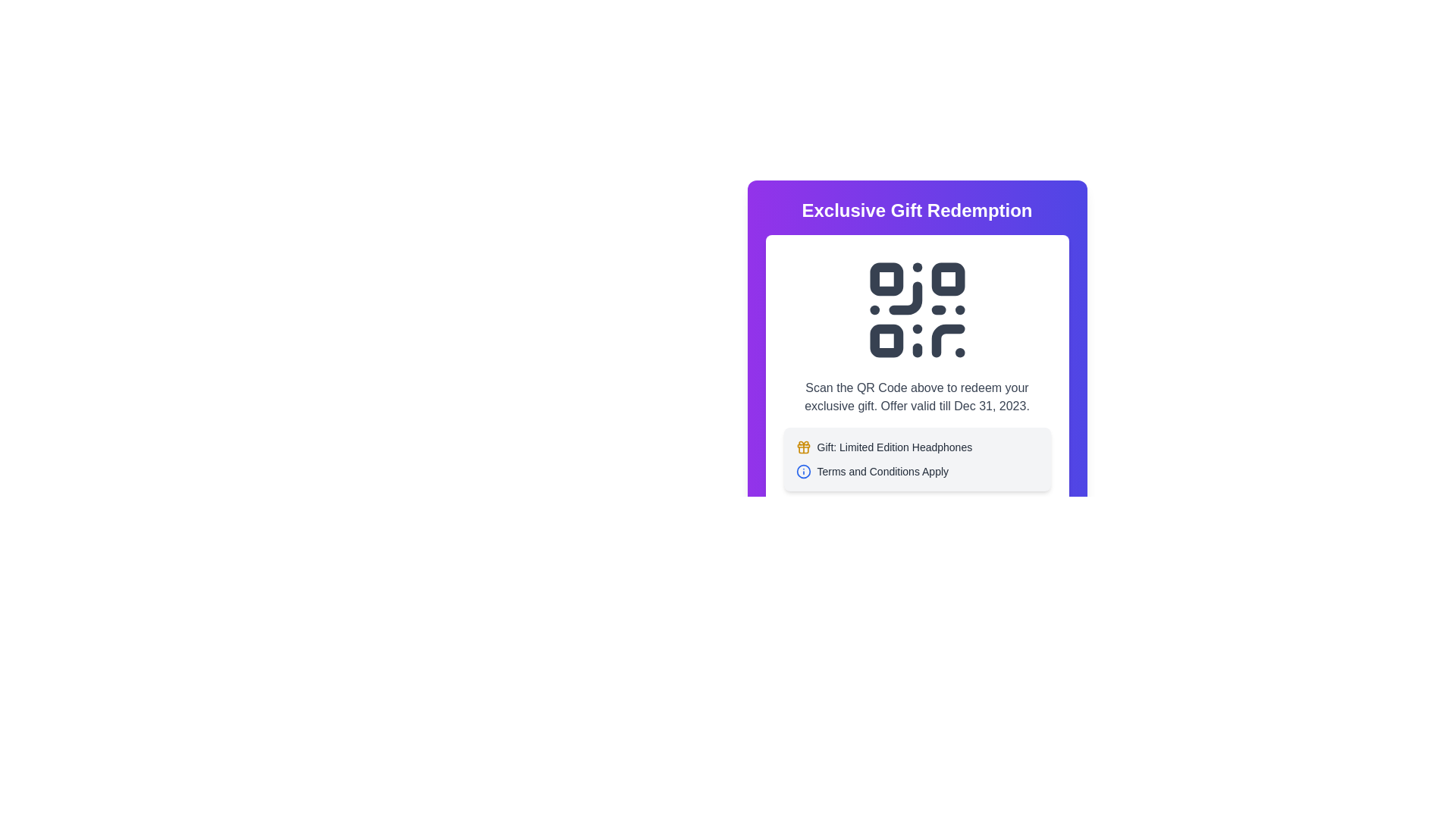 The width and height of the screenshot is (1456, 819). I want to click on the yellow gift icon with a ribbon and bow design located next to the text 'Gift: Limited Edition Headphones', so click(802, 447).